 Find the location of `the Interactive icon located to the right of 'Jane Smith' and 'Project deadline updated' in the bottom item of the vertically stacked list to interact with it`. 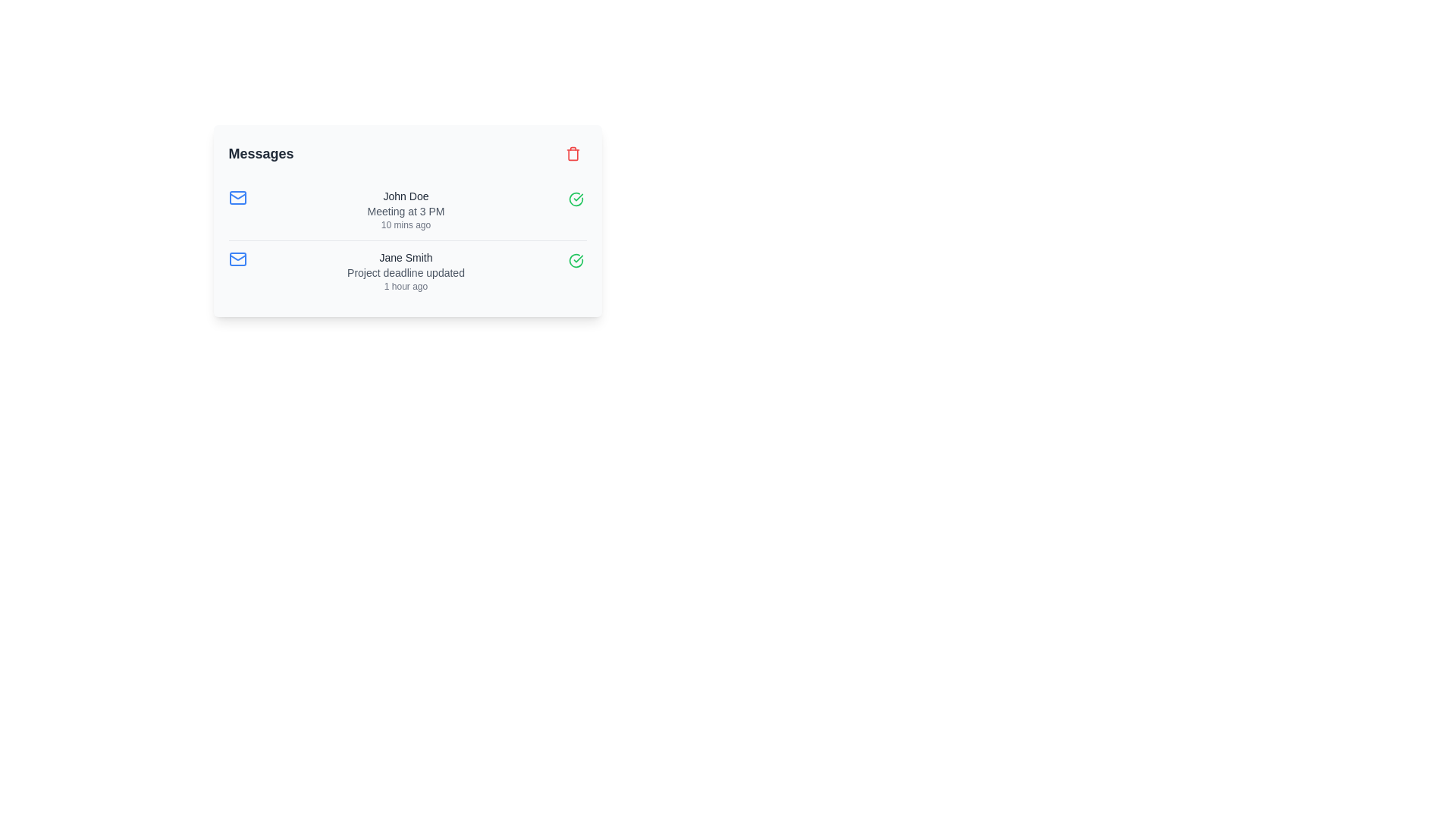

the Interactive icon located to the right of 'Jane Smith' and 'Project deadline updated' in the bottom item of the vertically stacked list to interact with it is located at coordinates (575, 259).